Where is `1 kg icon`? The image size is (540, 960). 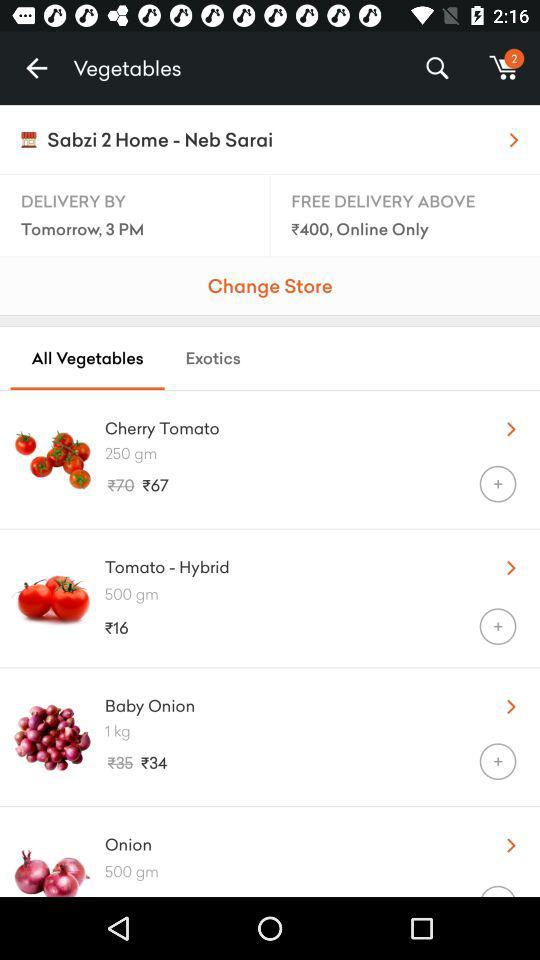 1 kg icon is located at coordinates (322, 729).